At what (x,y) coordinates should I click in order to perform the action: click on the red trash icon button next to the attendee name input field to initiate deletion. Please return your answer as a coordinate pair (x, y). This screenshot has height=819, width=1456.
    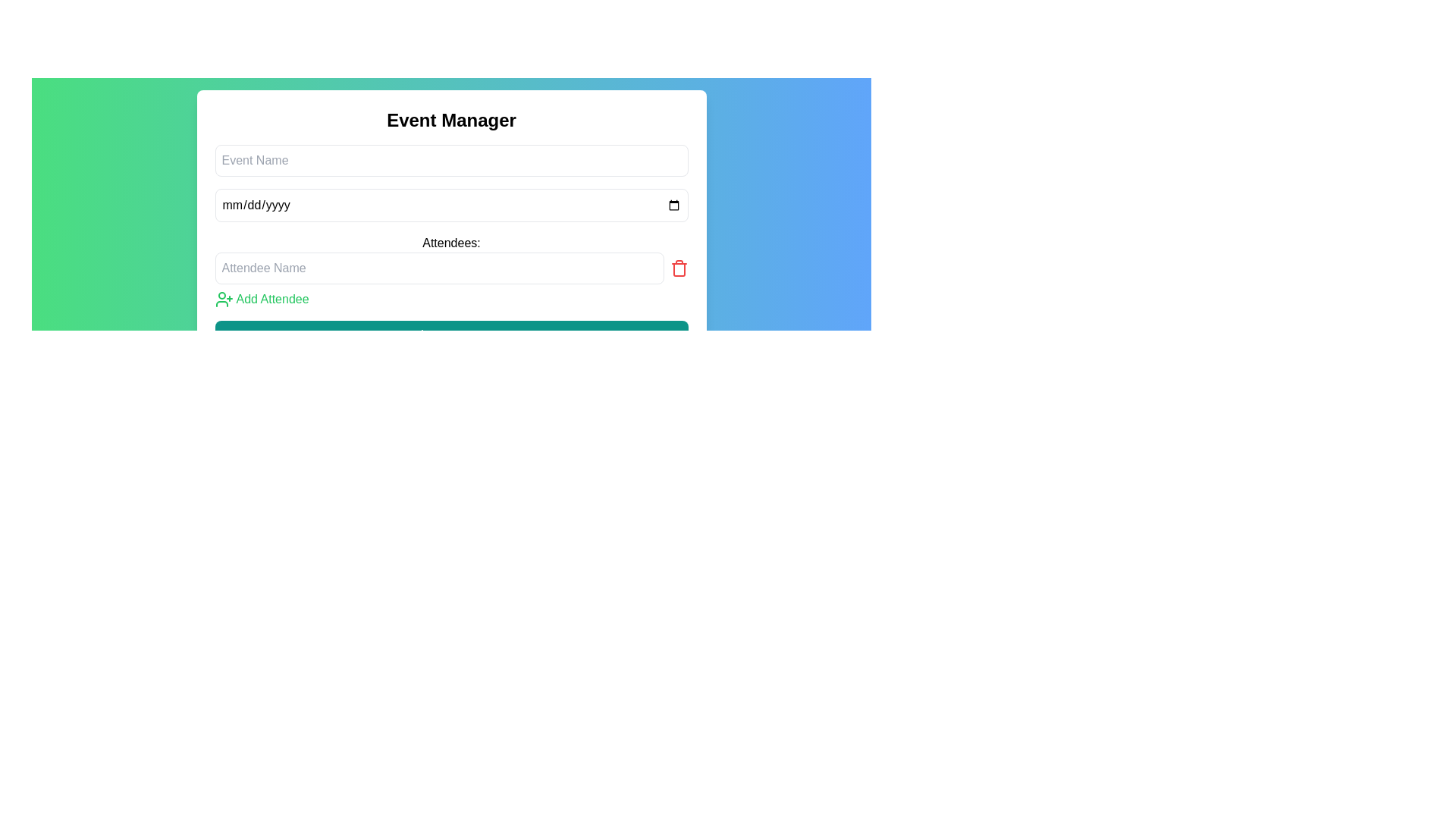
    Looking at the image, I should click on (678, 268).